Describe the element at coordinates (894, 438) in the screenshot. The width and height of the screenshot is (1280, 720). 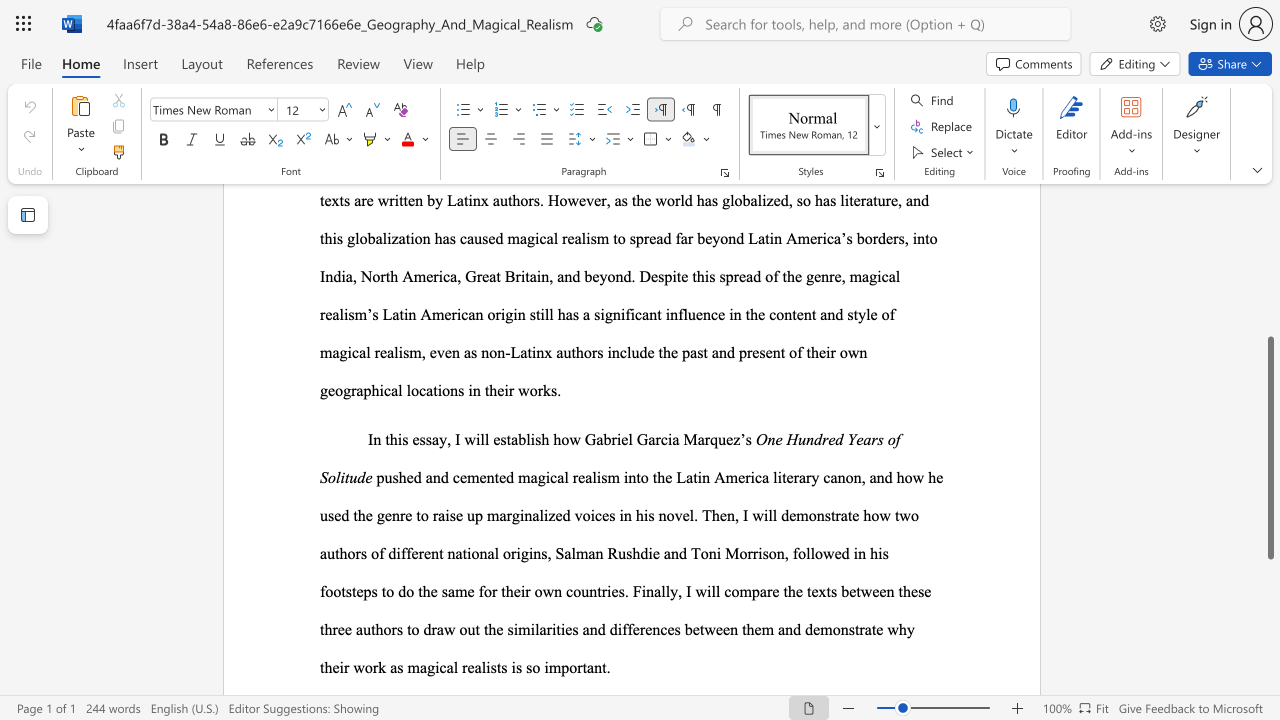
I see `the subset text "f Solitud" within the text "One Hundred Years of Solitude"` at that location.